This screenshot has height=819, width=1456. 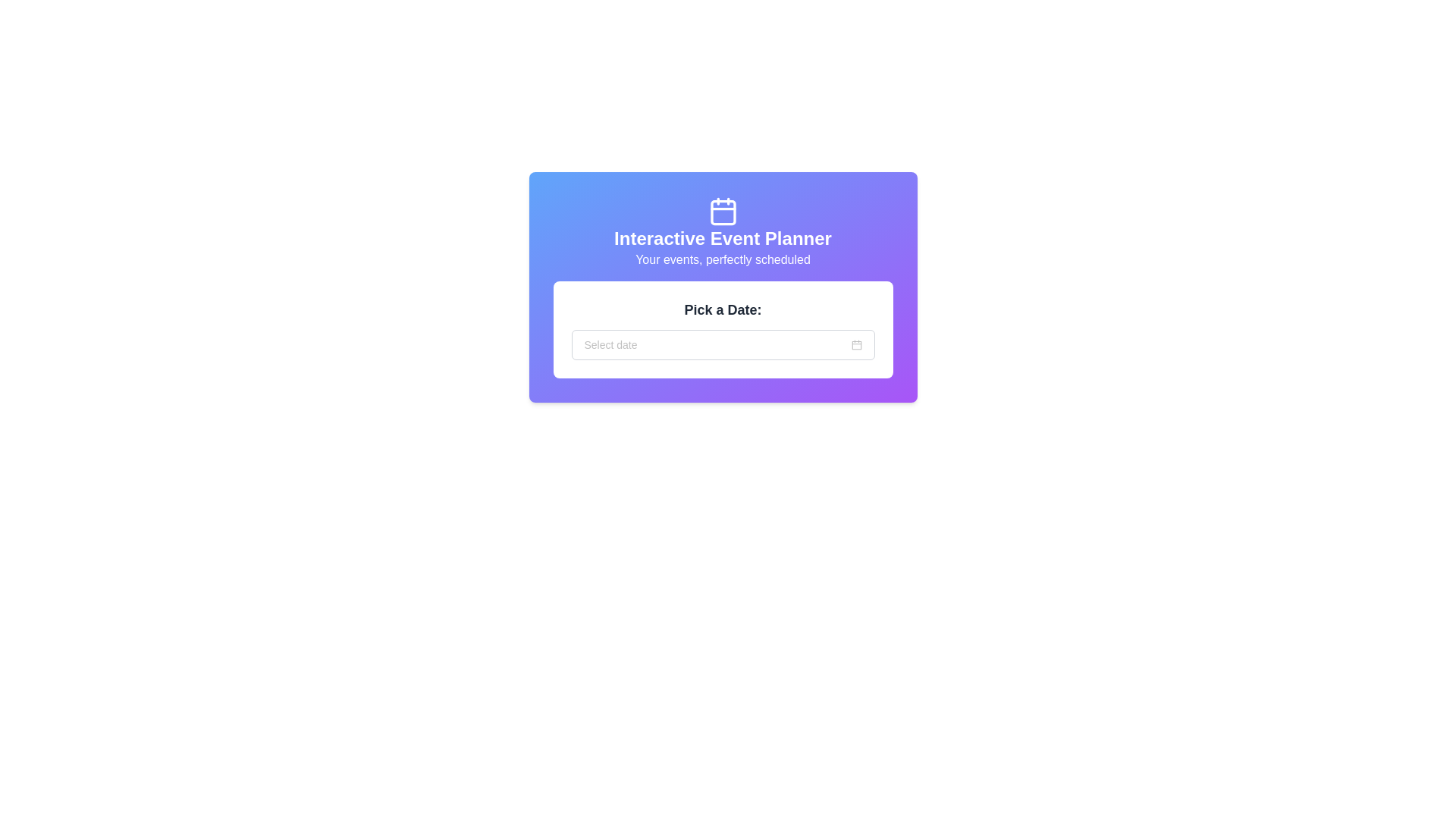 What do you see at coordinates (722, 211) in the screenshot?
I see `the calendar icon with white lines on a blue background located at the top of the 'Interactive Event Planner' section` at bounding box center [722, 211].